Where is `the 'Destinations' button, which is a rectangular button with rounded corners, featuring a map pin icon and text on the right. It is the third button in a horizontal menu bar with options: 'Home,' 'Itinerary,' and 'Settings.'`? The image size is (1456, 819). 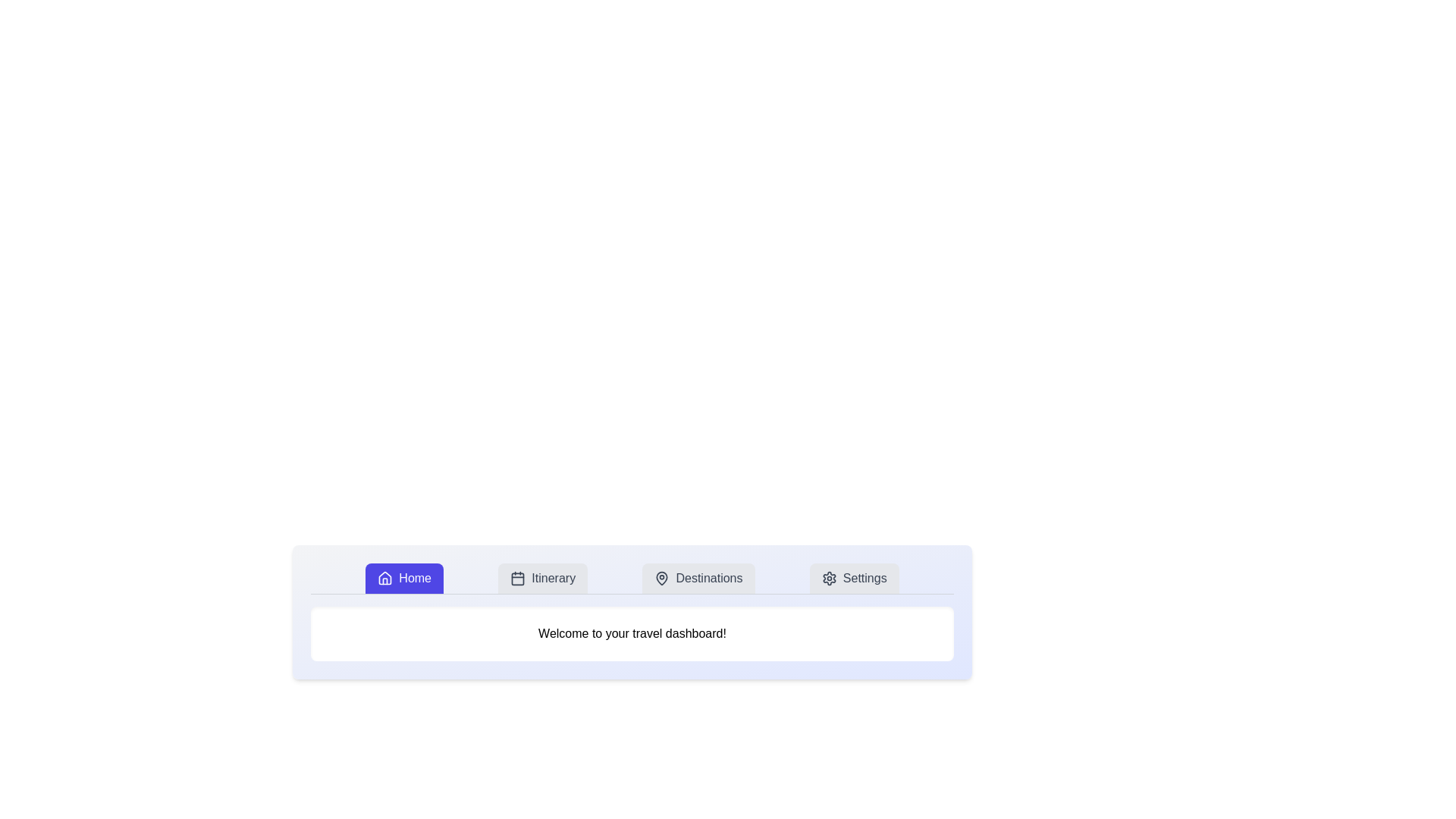
the 'Destinations' button, which is a rectangular button with rounded corners, featuring a map pin icon and text on the right. It is the third button in a horizontal menu bar with options: 'Home,' 'Itinerary,' and 'Settings.' is located at coordinates (698, 579).